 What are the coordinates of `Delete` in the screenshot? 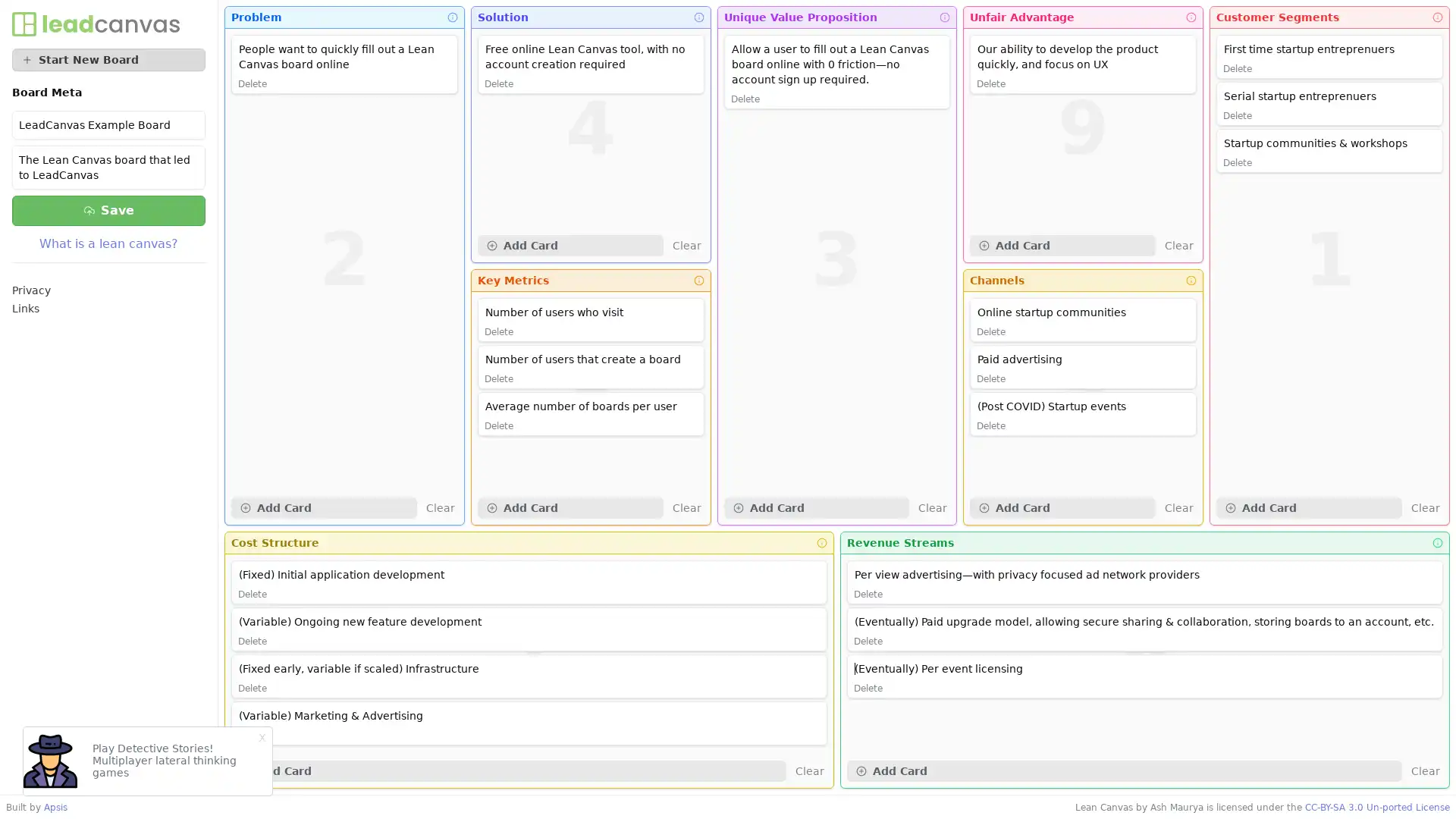 It's located at (868, 688).